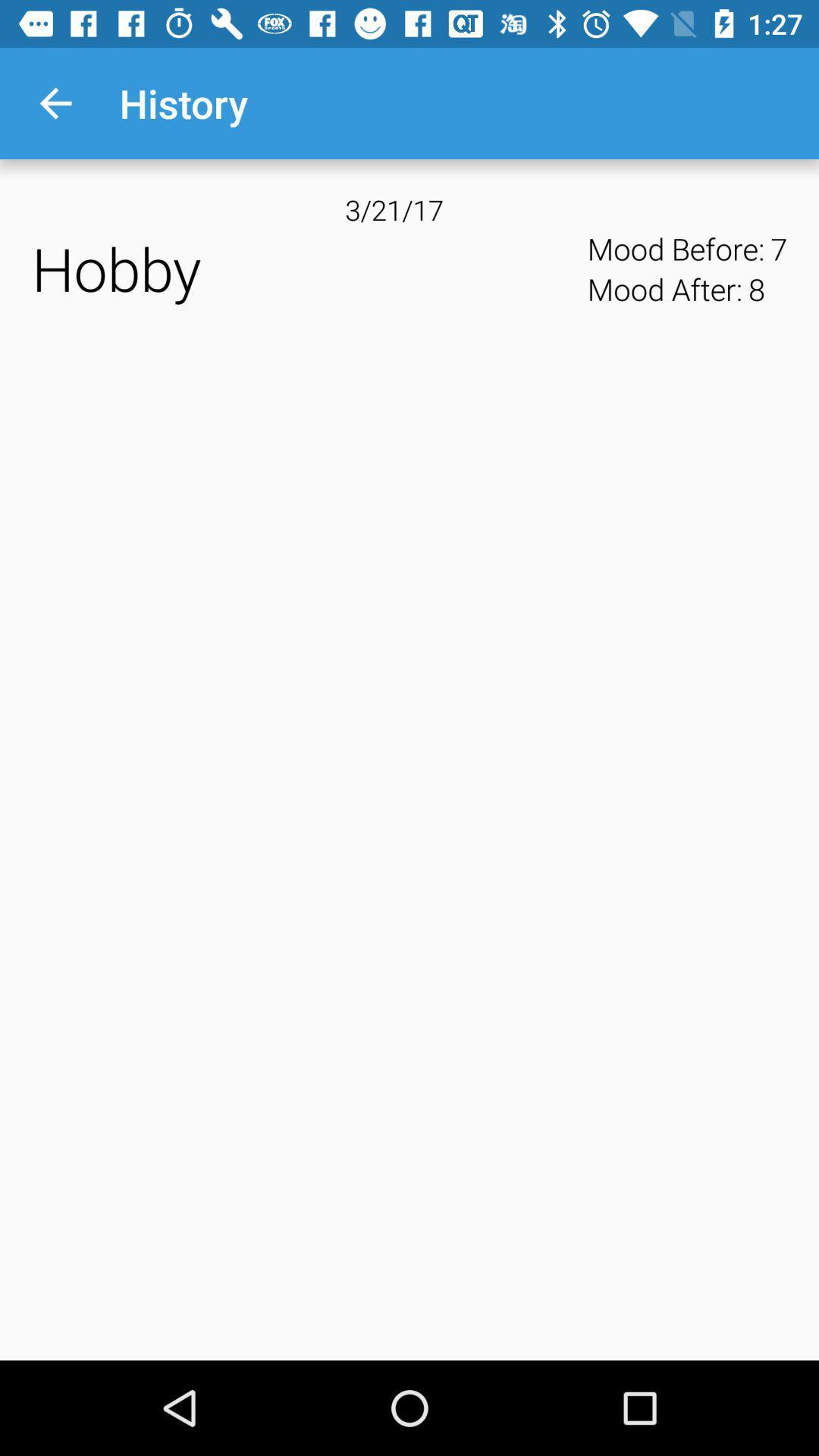 The width and height of the screenshot is (819, 1456). I want to click on the icon next to mood before:, so click(304, 268).